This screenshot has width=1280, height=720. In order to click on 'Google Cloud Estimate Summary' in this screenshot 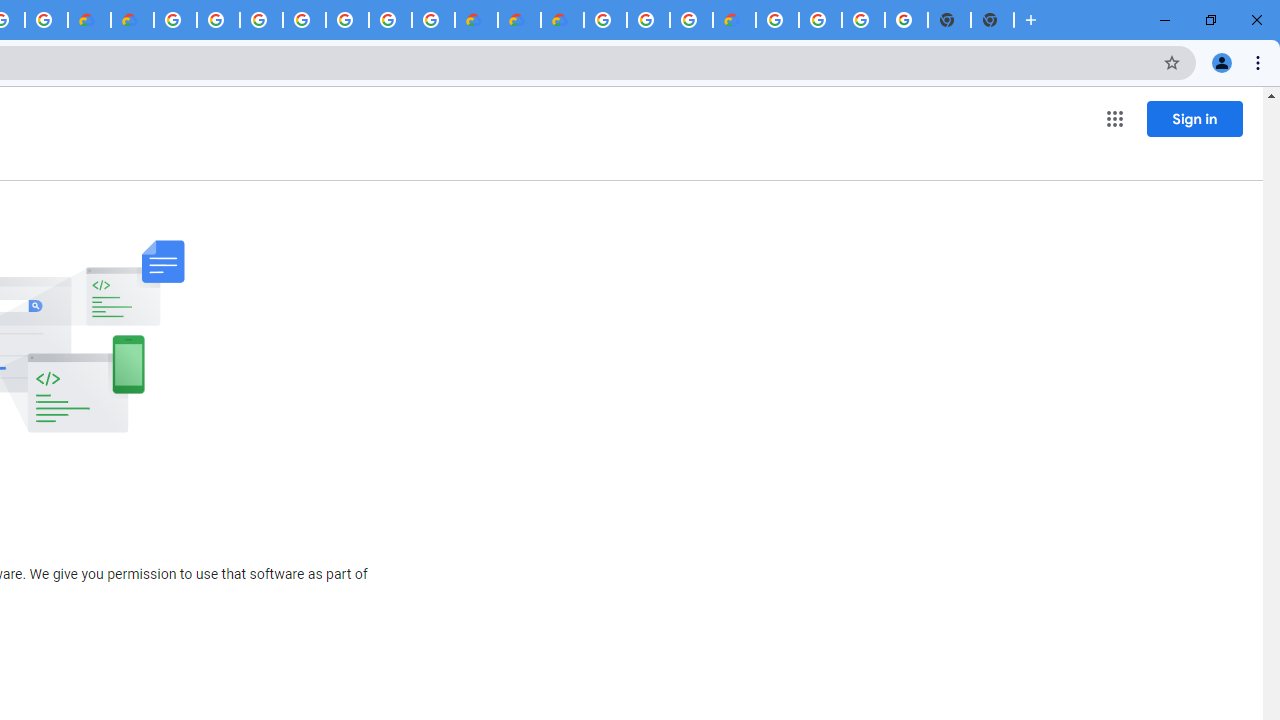, I will do `click(561, 20)`.